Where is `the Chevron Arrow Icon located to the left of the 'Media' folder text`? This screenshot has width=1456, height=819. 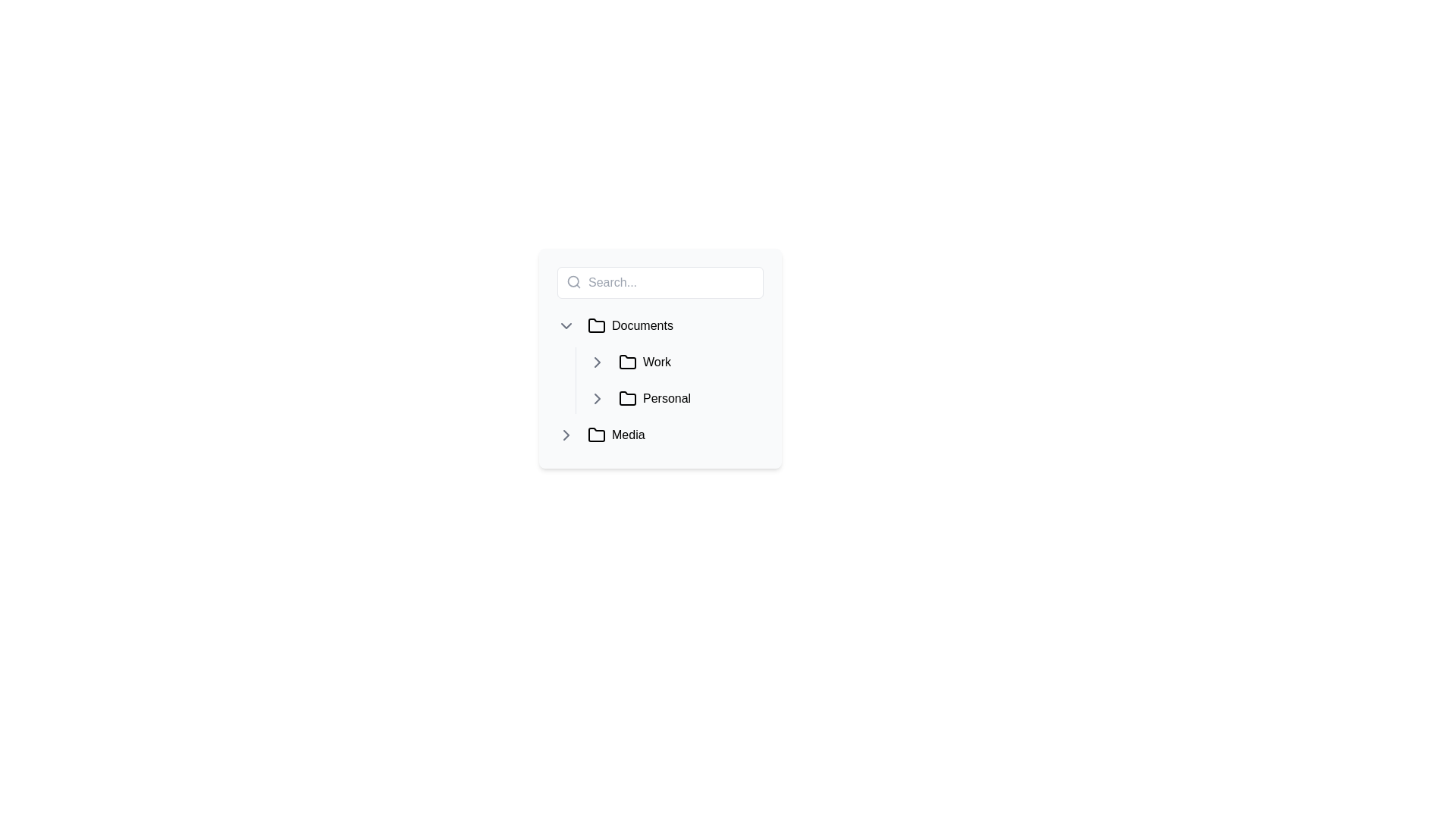
the Chevron Arrow Icon located to the left of the 'Media' folder text is located at coordinates (566, 435).